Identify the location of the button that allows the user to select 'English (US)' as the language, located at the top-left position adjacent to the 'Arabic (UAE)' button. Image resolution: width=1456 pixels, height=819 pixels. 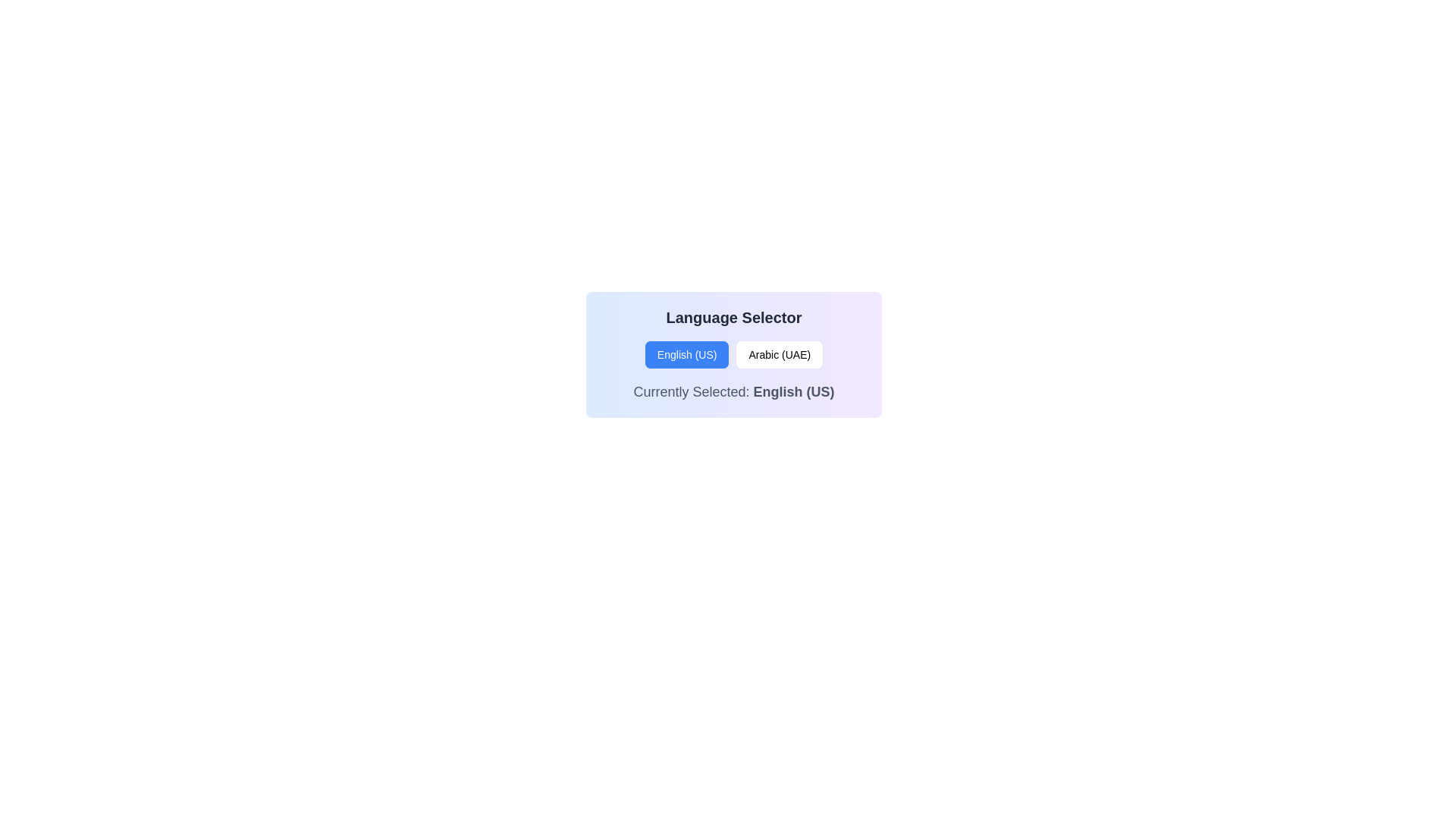
(686, 354).